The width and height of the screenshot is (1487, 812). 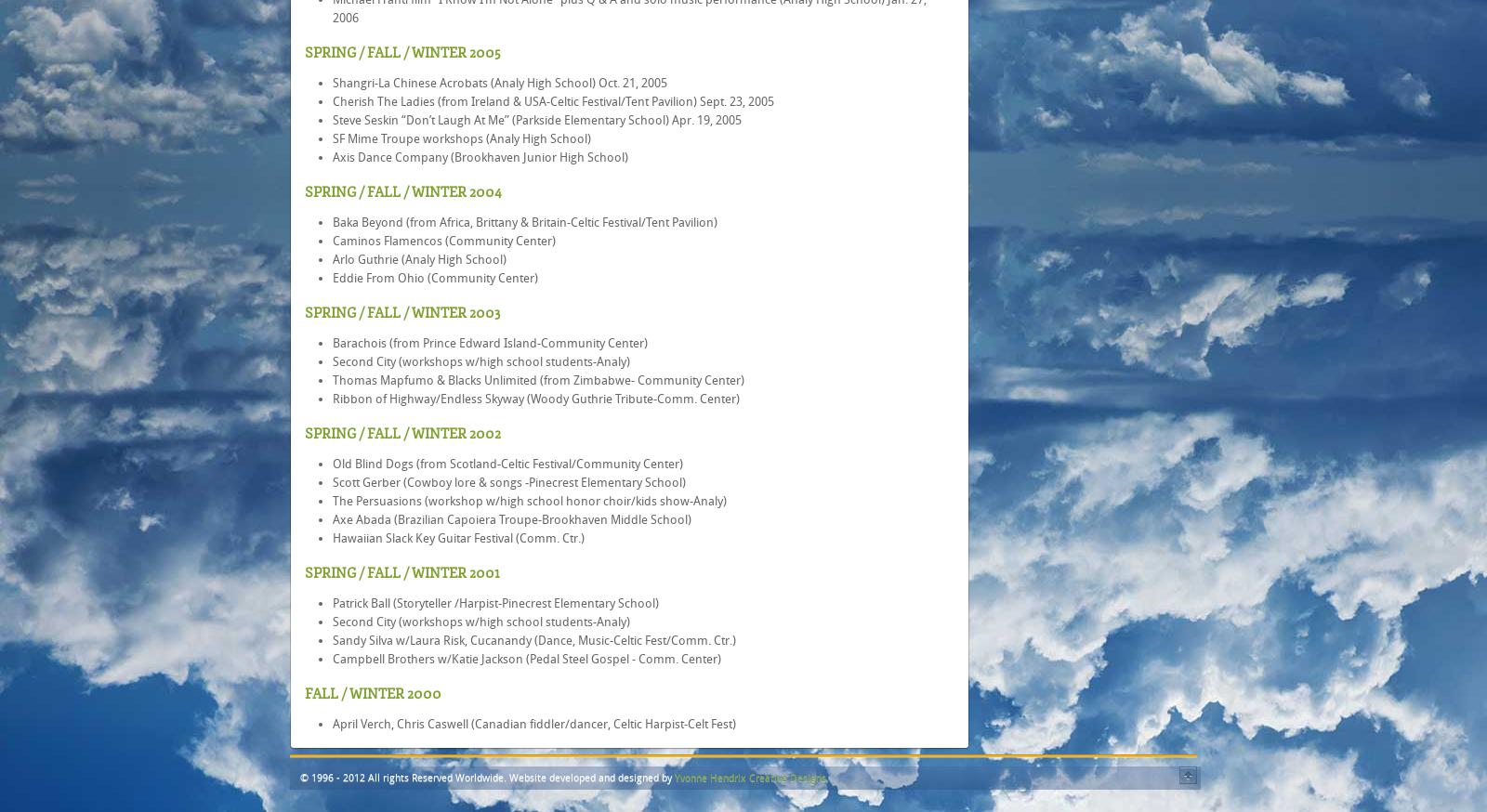 What do you see at coordinates (372, 693) in the screenshot?
I see `'Fall / winter 2000'` at bounding box center [372, 693].